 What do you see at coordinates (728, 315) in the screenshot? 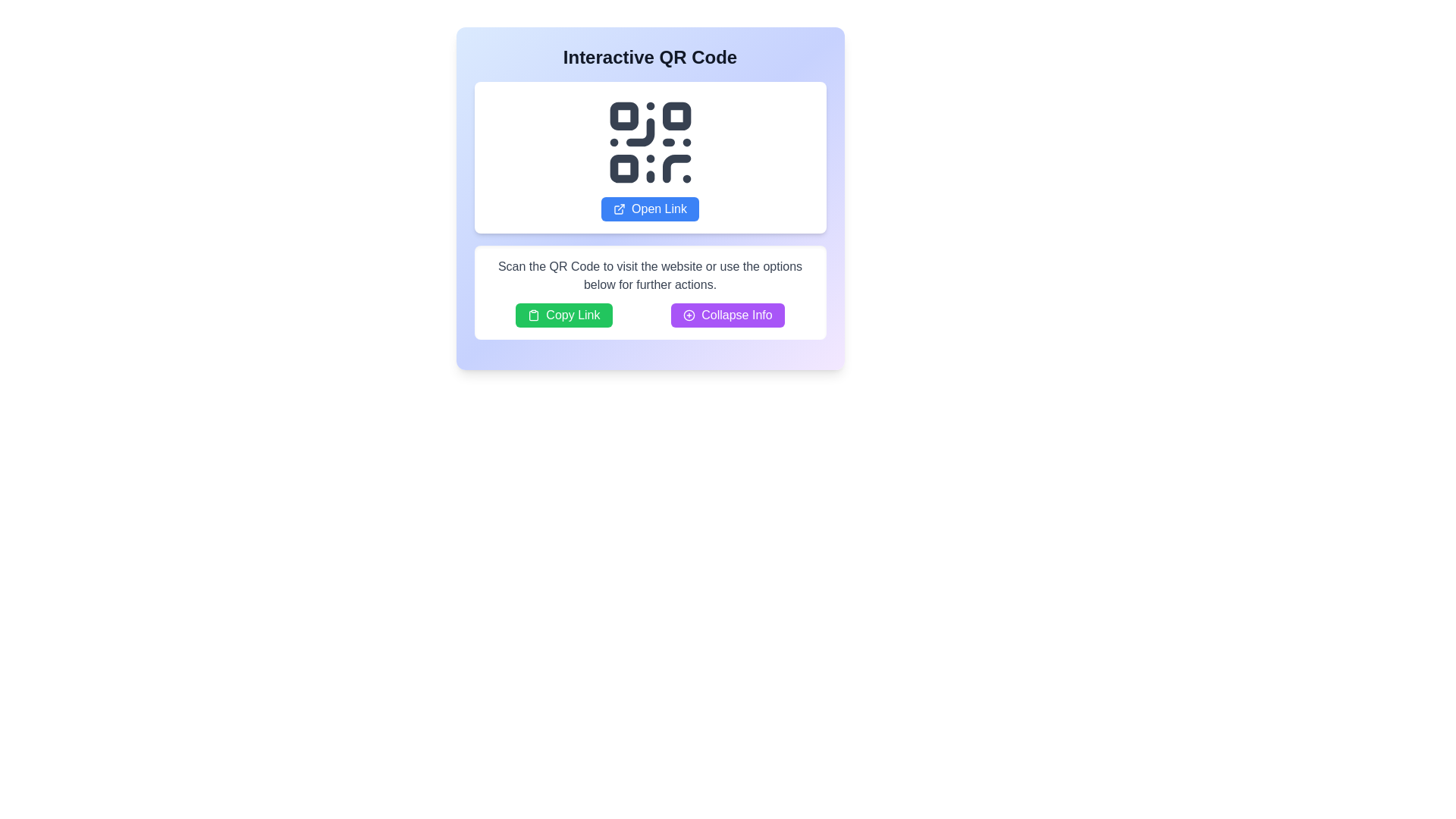
I see `the collapsible toggle button positioned to the right of the 'Copy Link' button` at bounding box center [728, 315].